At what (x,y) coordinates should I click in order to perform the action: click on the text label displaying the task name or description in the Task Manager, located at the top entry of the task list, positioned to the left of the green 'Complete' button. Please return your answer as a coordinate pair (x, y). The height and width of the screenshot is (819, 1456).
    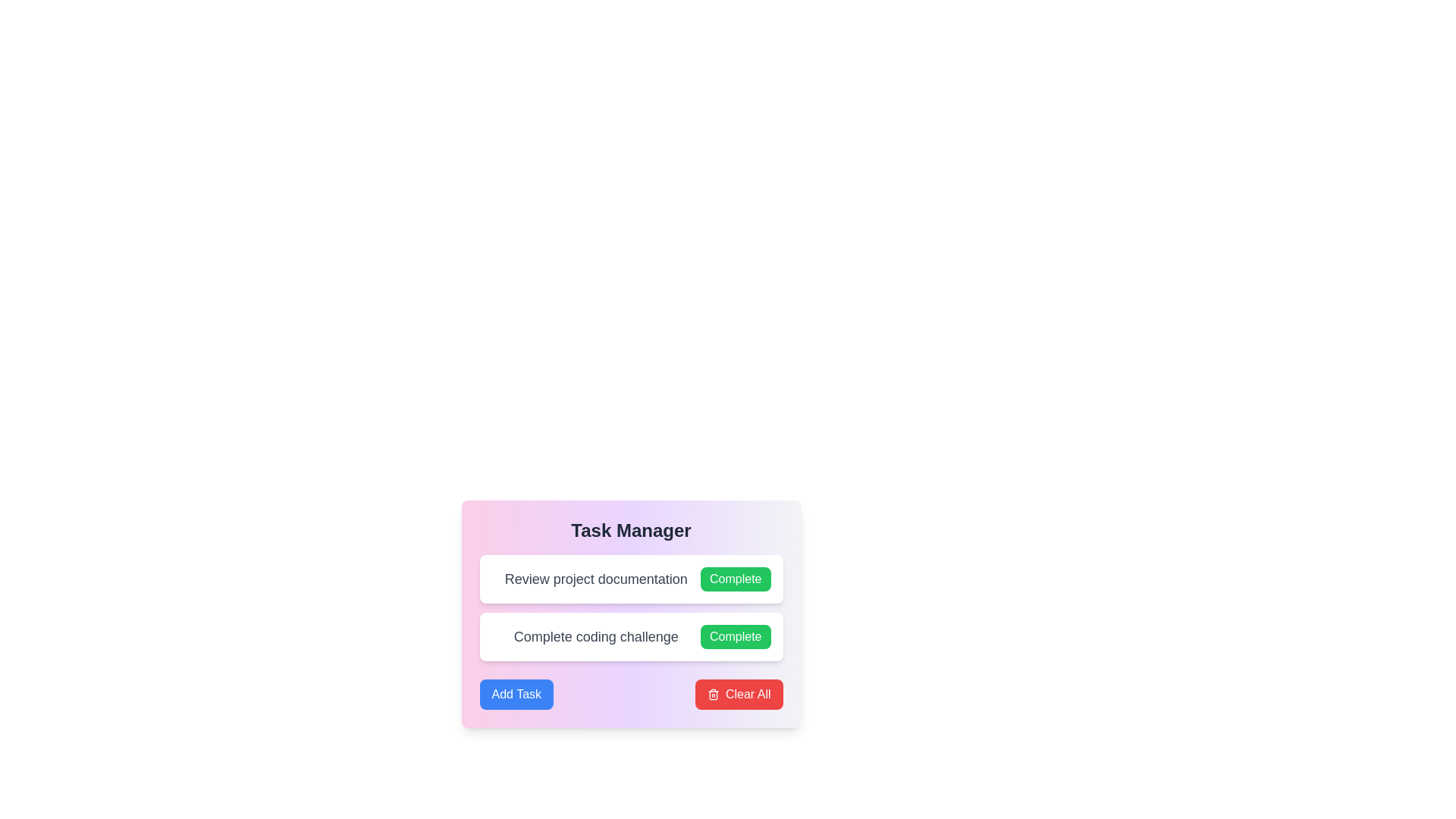
    Looking at the image, I should click on (595, 579).